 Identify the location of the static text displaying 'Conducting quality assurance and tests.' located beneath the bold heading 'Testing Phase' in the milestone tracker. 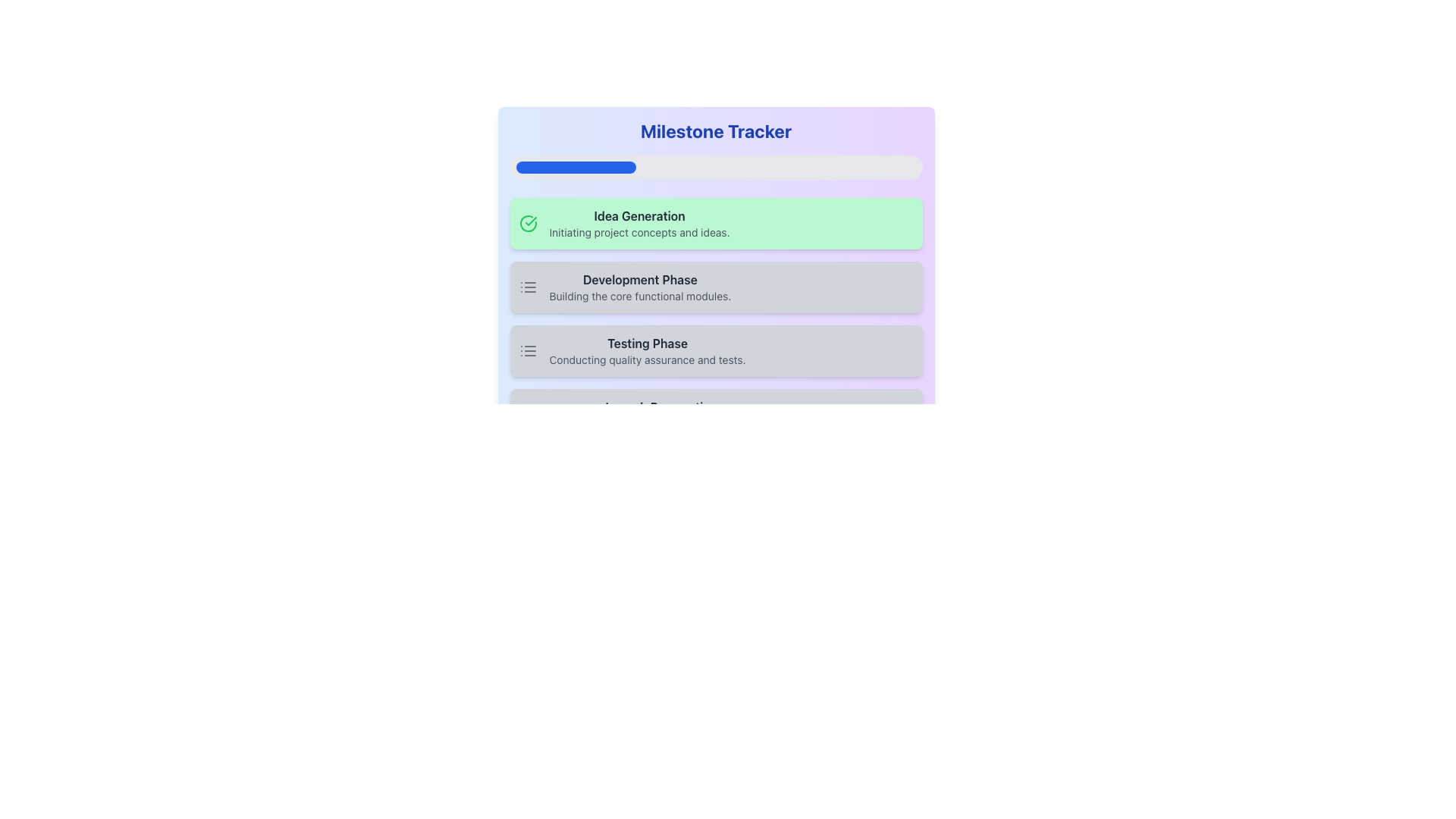
(648, 359).